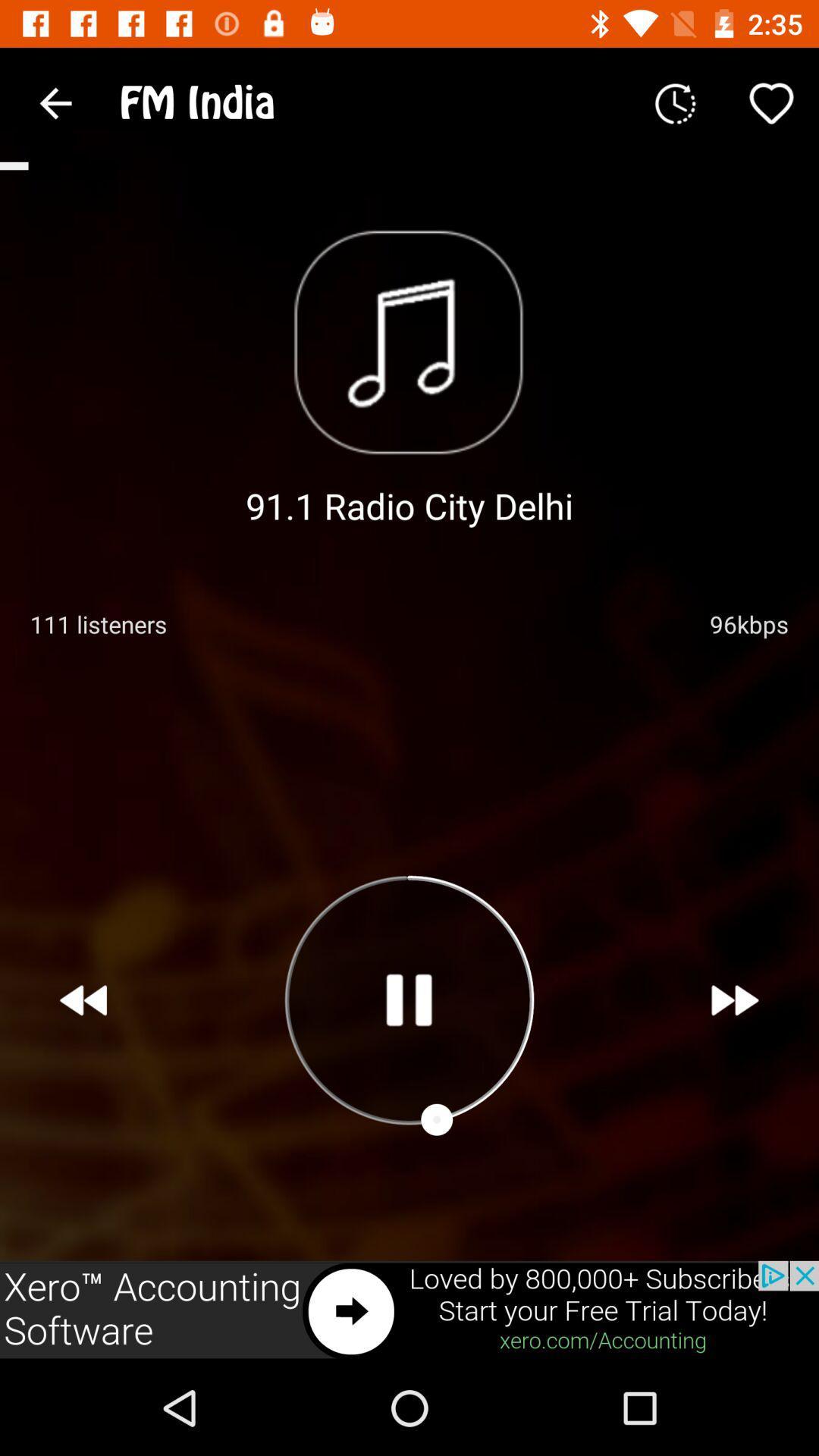  What do you see at coordinates (408, 999) in the screenshot?
I see `the pause icon` at bounding box center [408, 999].